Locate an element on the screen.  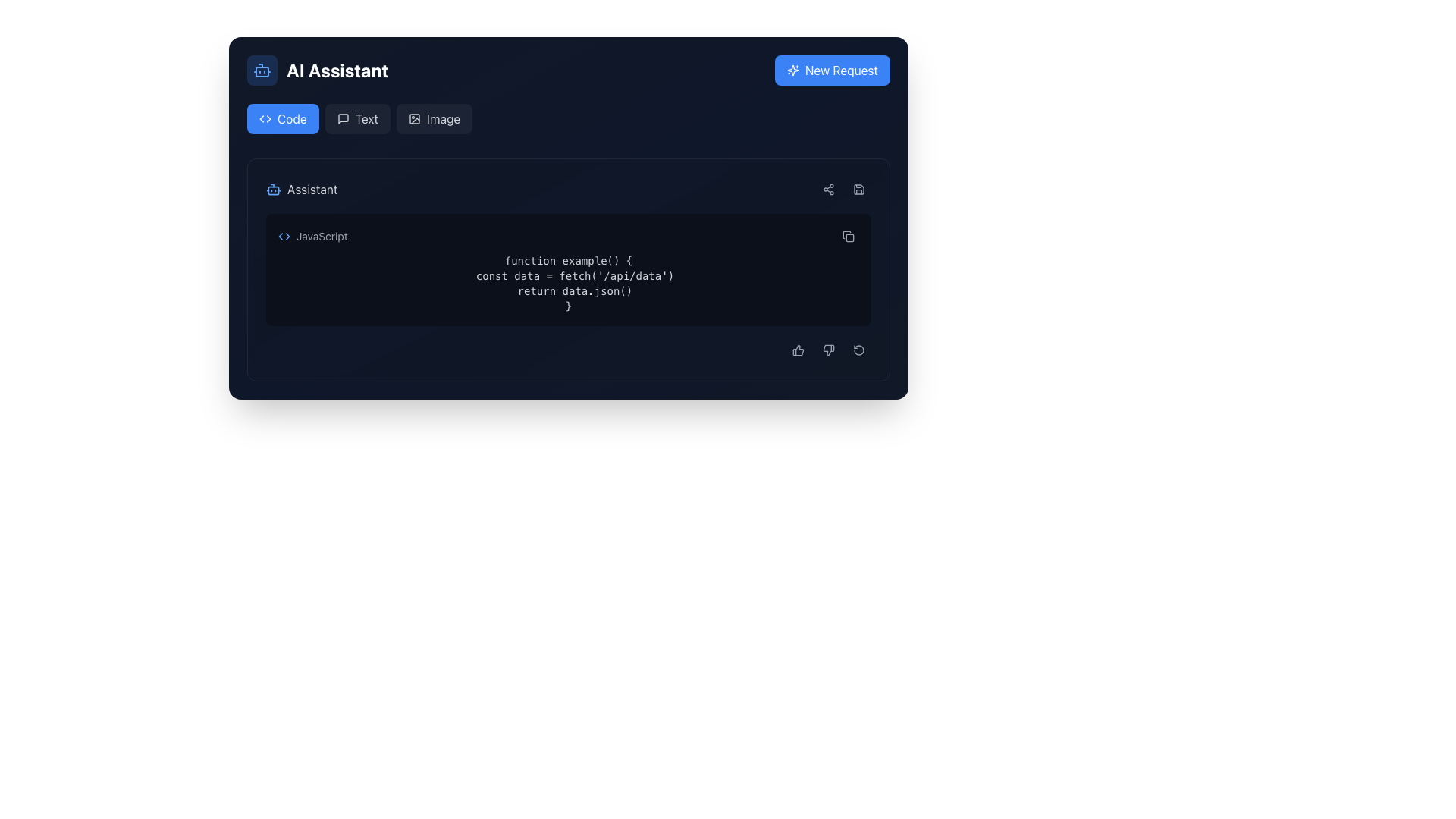
the SVG Rectangle (Background) element that serves as a graphical component within an icon render, positioned at the top-left area of the SVG is located at coordinates (415, 118).